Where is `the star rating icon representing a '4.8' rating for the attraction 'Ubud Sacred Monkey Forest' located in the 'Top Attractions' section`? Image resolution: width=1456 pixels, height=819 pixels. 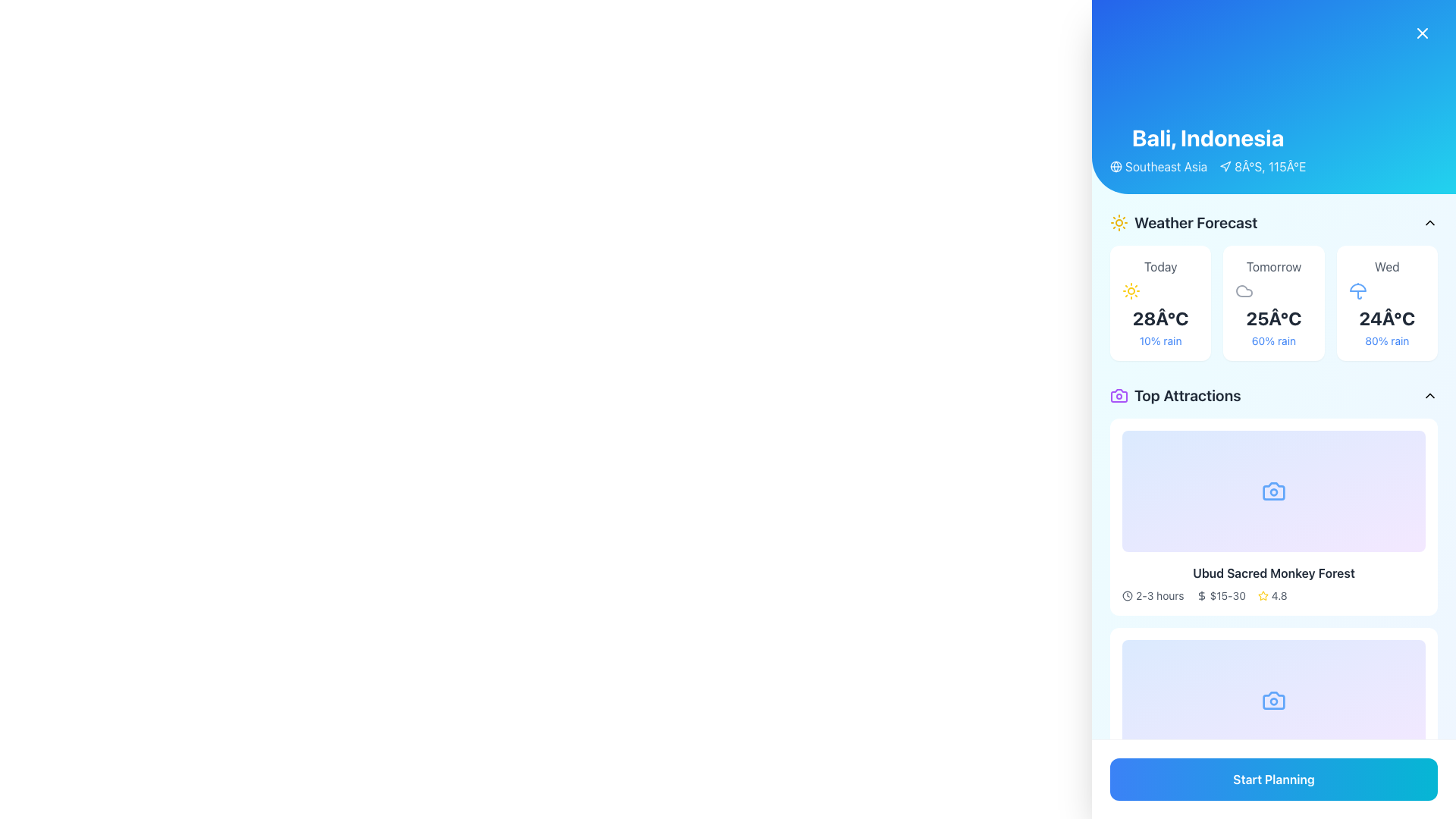 the star rating icon representing a '4.8' rating for the attraction 'Ubud Sacred Monkey Forest' located in the 'Top Attractions' section is located at coordinates (1263, 804).